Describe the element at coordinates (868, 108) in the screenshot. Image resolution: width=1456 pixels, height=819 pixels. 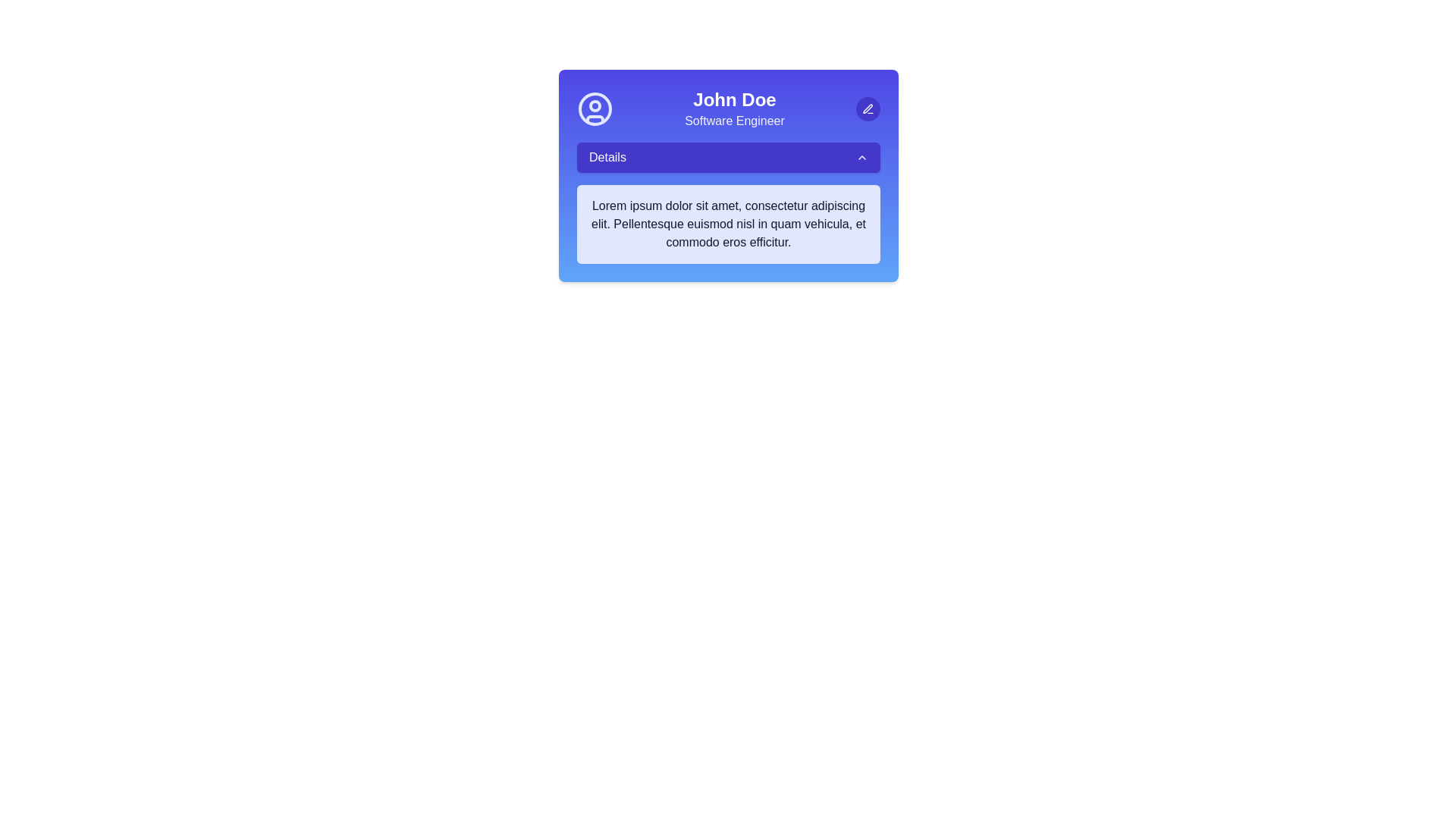
I see `the edit icon located in the top-right corner of the user card section` at that location.